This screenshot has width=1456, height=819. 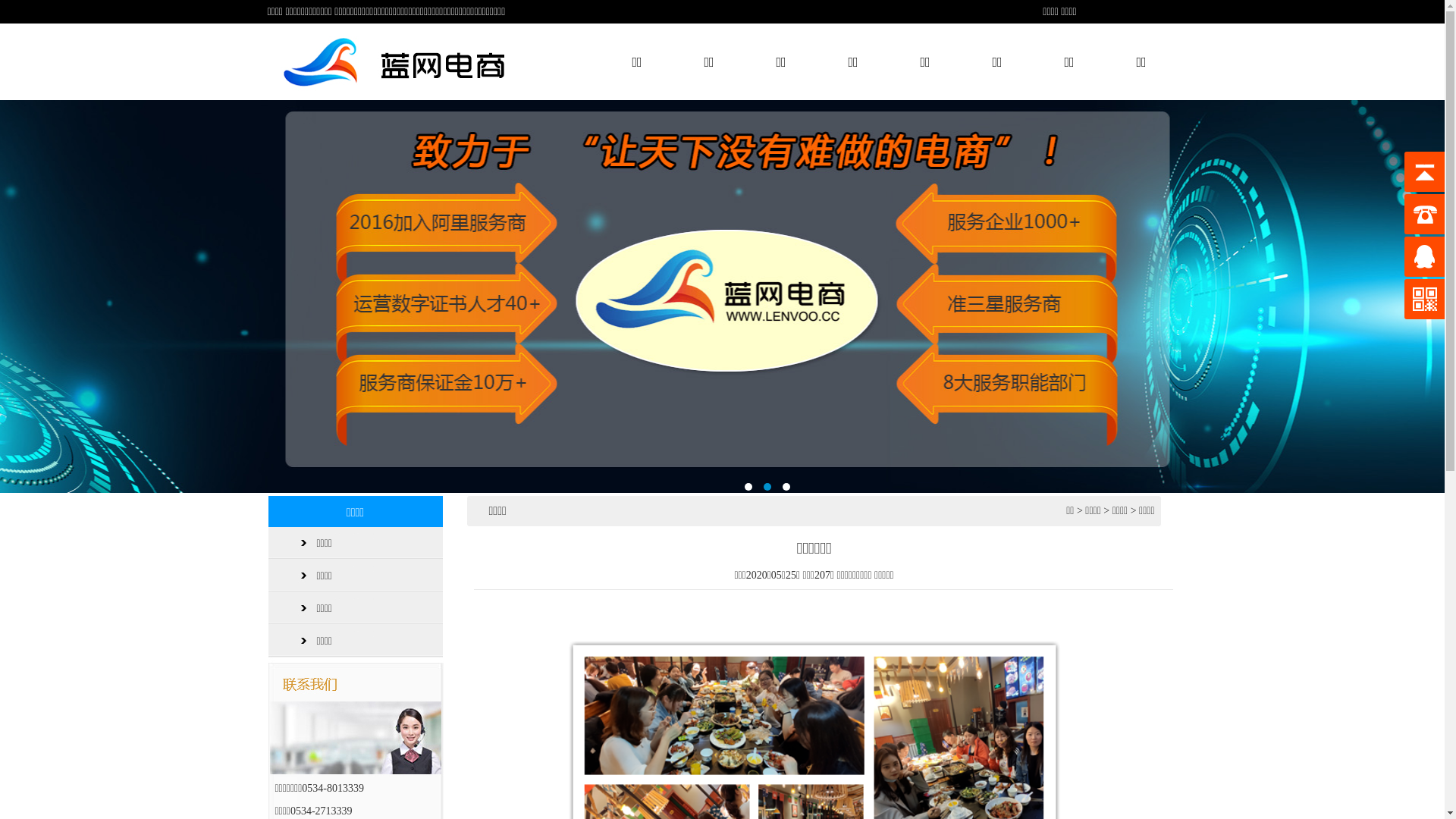 I want to click on '1', so click(x=748, y=486).